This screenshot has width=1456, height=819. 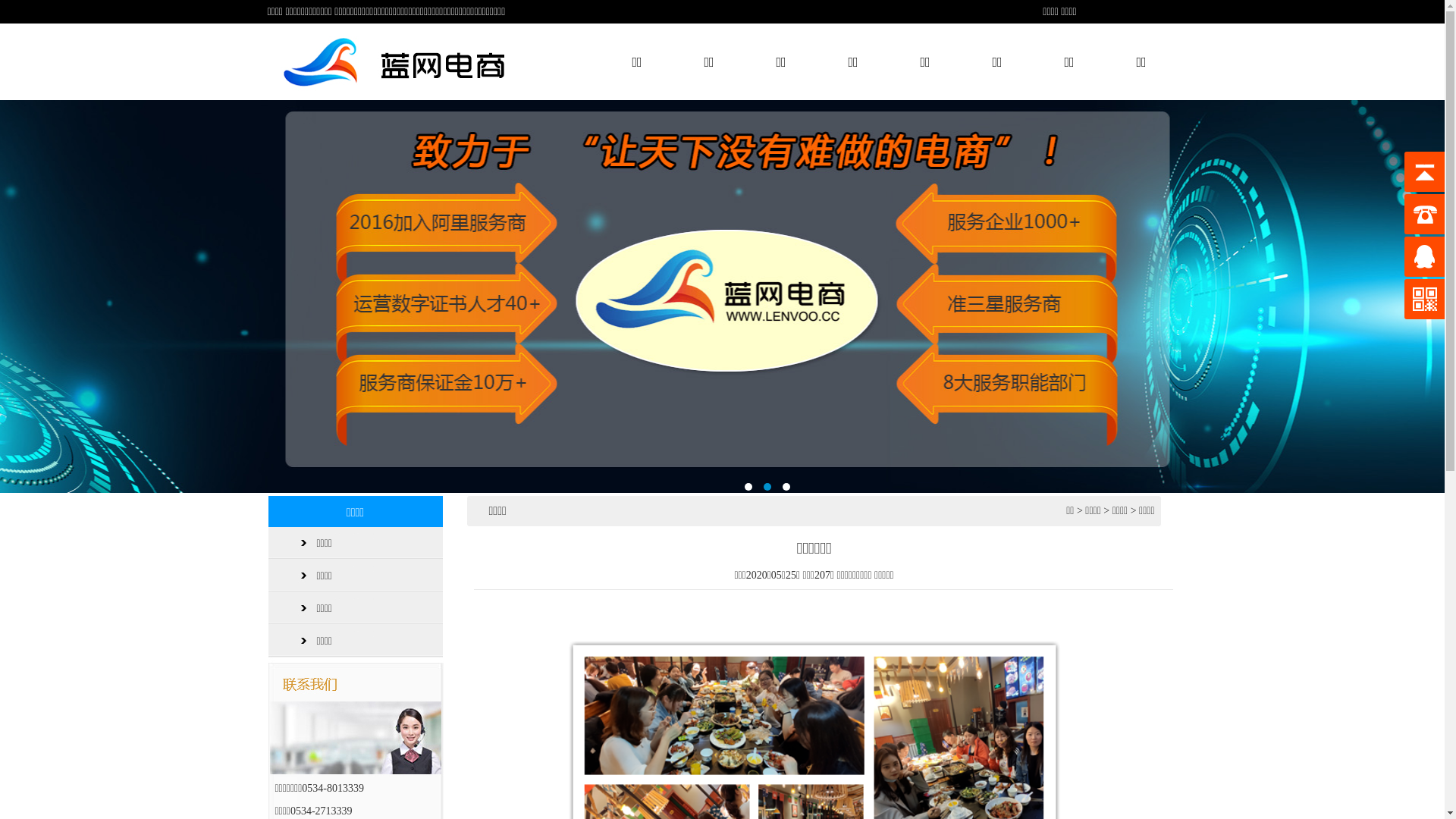 I want to click on '1', so click(x=748, y=486).